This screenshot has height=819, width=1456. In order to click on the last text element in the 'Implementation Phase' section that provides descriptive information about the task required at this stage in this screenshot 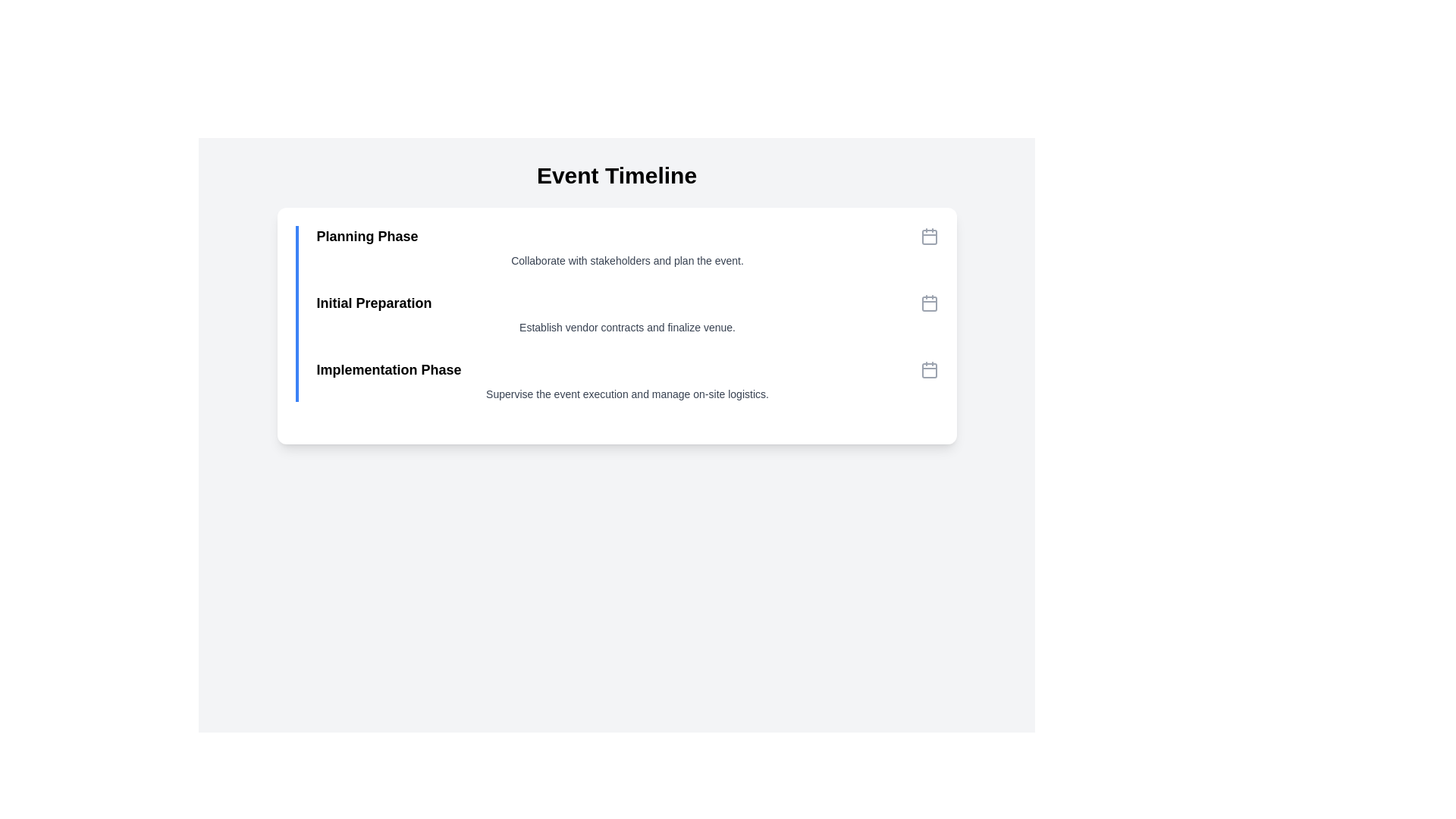, I will do `click(627, 394)`.